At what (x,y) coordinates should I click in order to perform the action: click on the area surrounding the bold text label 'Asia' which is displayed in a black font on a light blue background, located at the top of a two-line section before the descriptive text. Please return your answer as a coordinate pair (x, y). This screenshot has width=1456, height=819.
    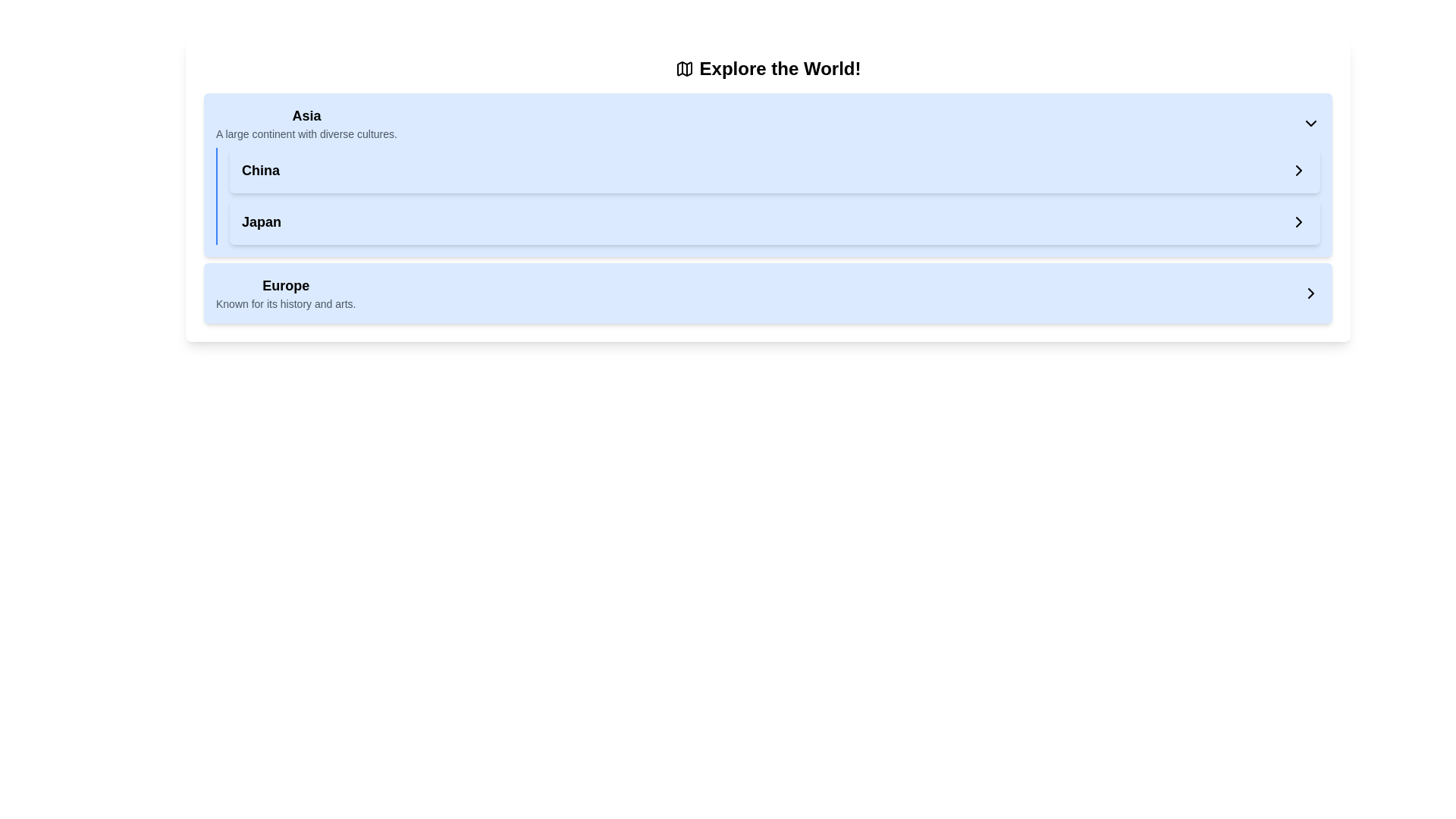
    Looking at the image, I should click on (306, 115).